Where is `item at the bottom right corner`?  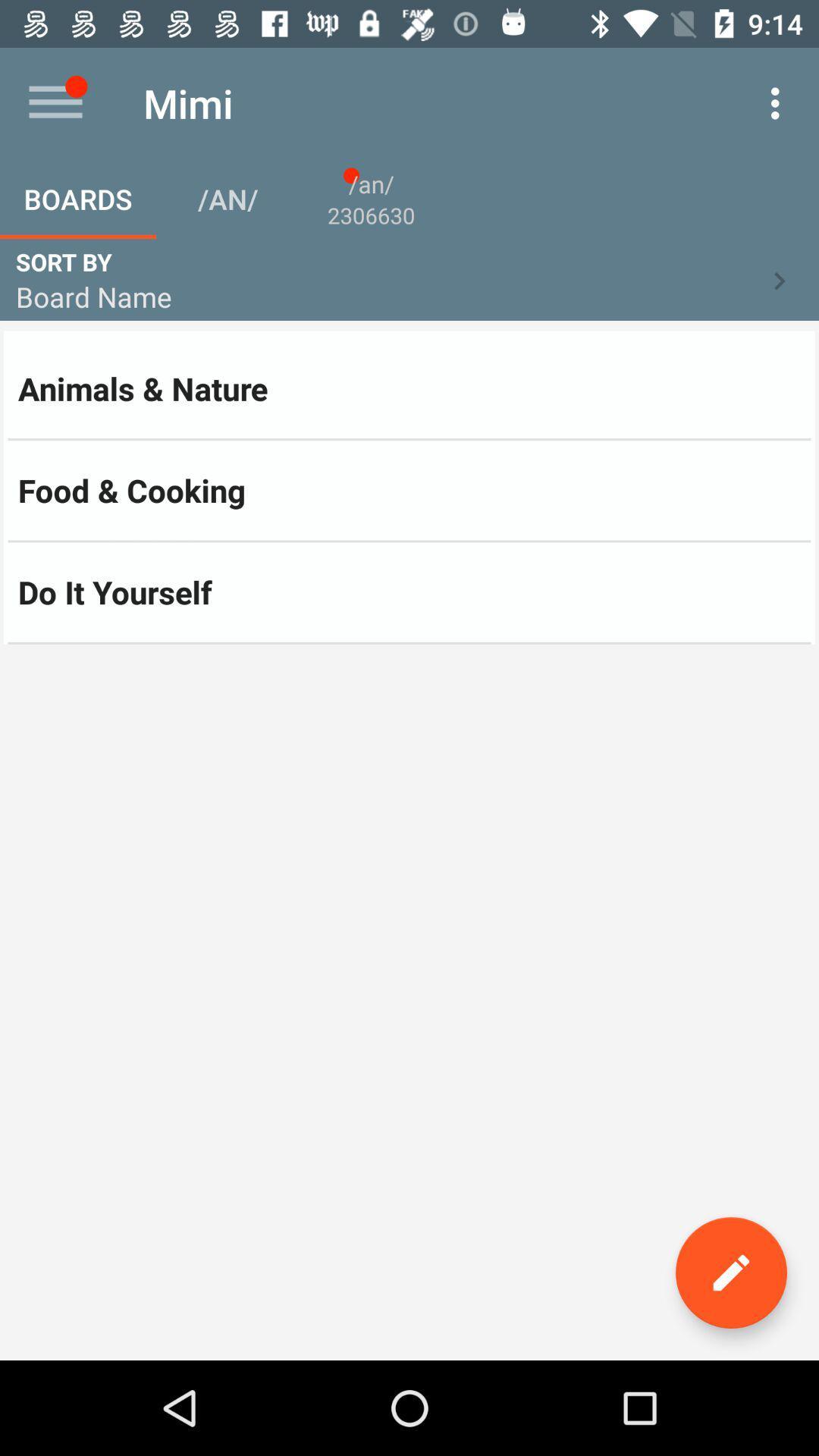
item at the bottom right corner is located at coordinates (730, 1272).